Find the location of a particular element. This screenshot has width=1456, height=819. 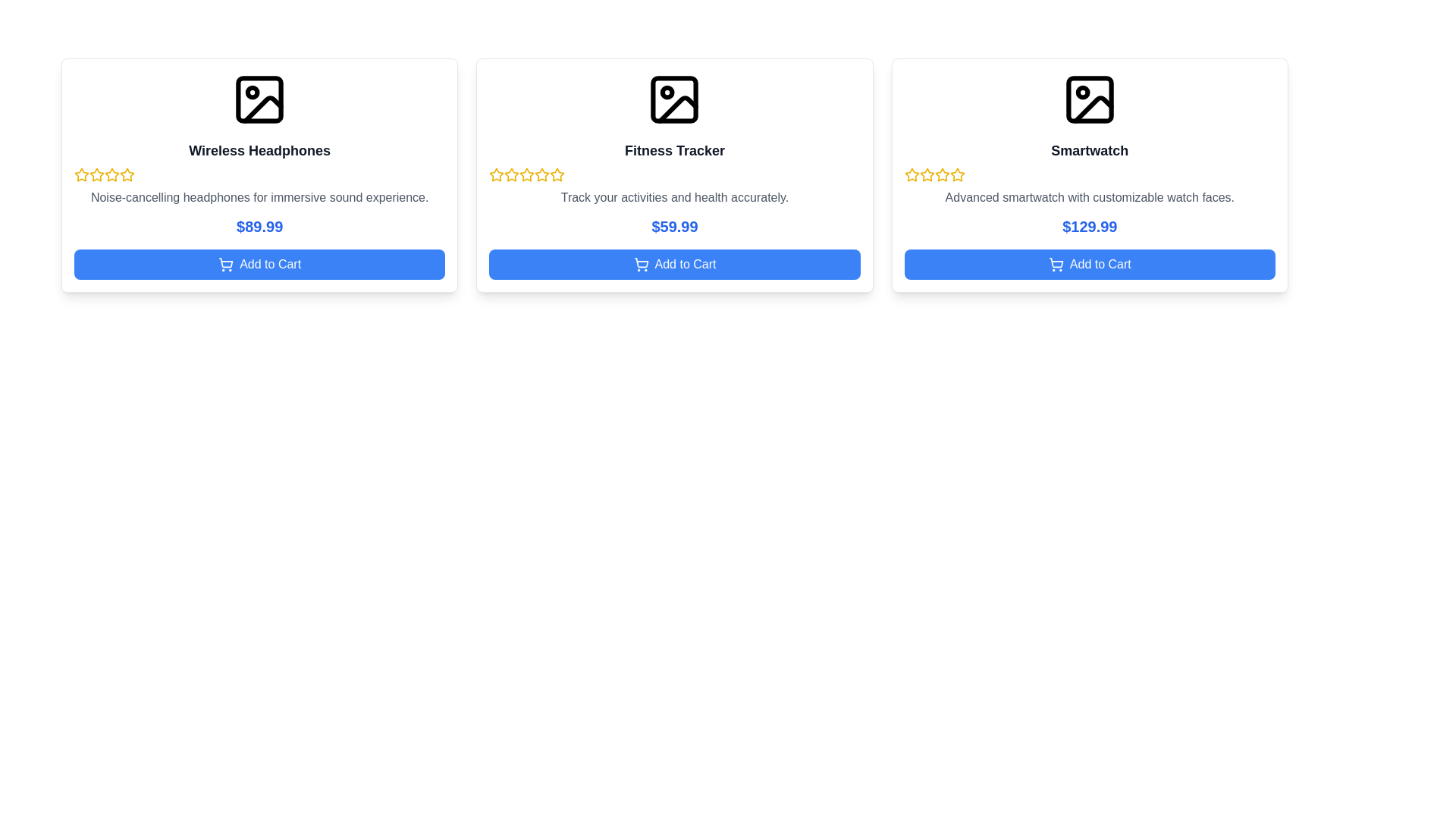

the descriptive text element that provides additional details about the 'Fitness Tracker' product, located below the product title and above the price text is located at coordinates (673, 197).